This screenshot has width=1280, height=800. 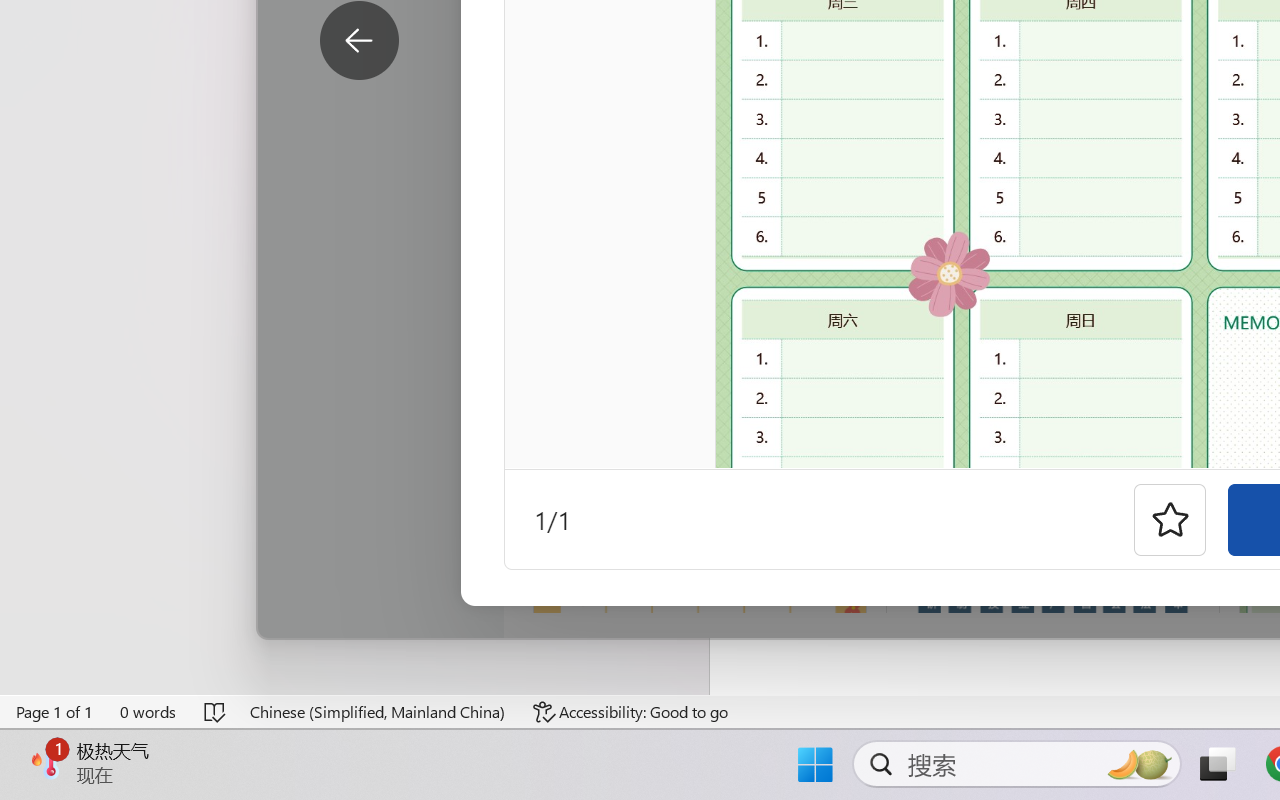 What do you see at coordinates (378, 711) in the screenshot?
I see `'Language Chinese (Simplified, Mainland China)'` at bounding box center [378, 711].